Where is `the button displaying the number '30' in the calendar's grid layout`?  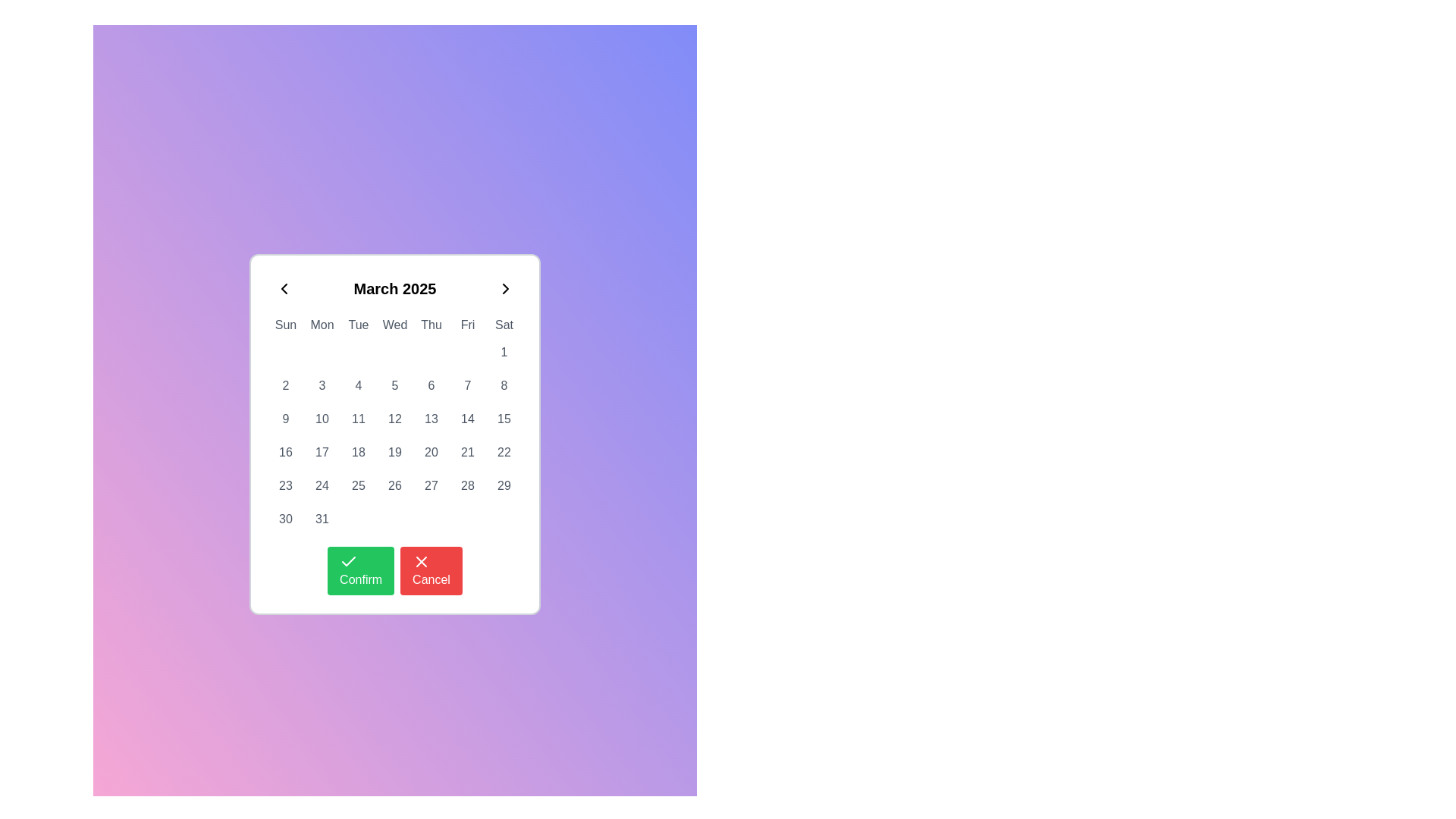 the button displaying the number '30' in the calendar's grid layout is located at coordinates (286, 519).